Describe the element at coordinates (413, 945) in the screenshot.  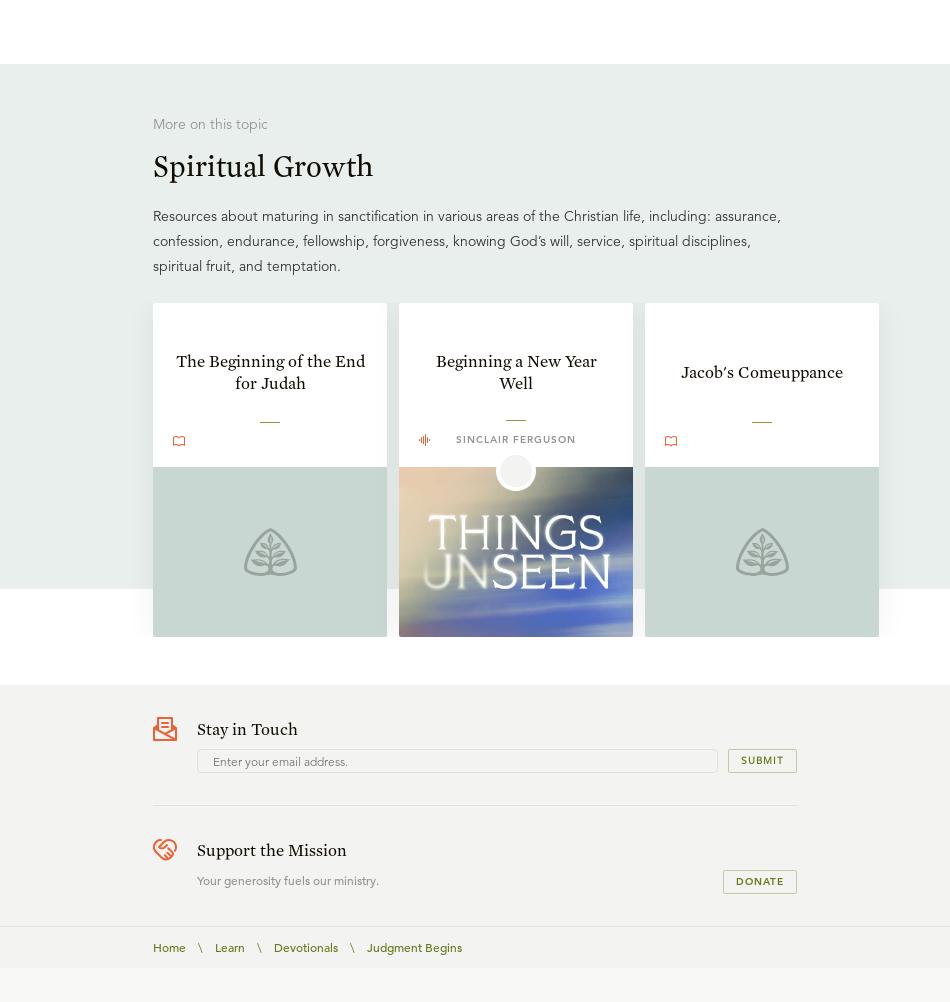
I see `'Judgment Begins'` at that location.